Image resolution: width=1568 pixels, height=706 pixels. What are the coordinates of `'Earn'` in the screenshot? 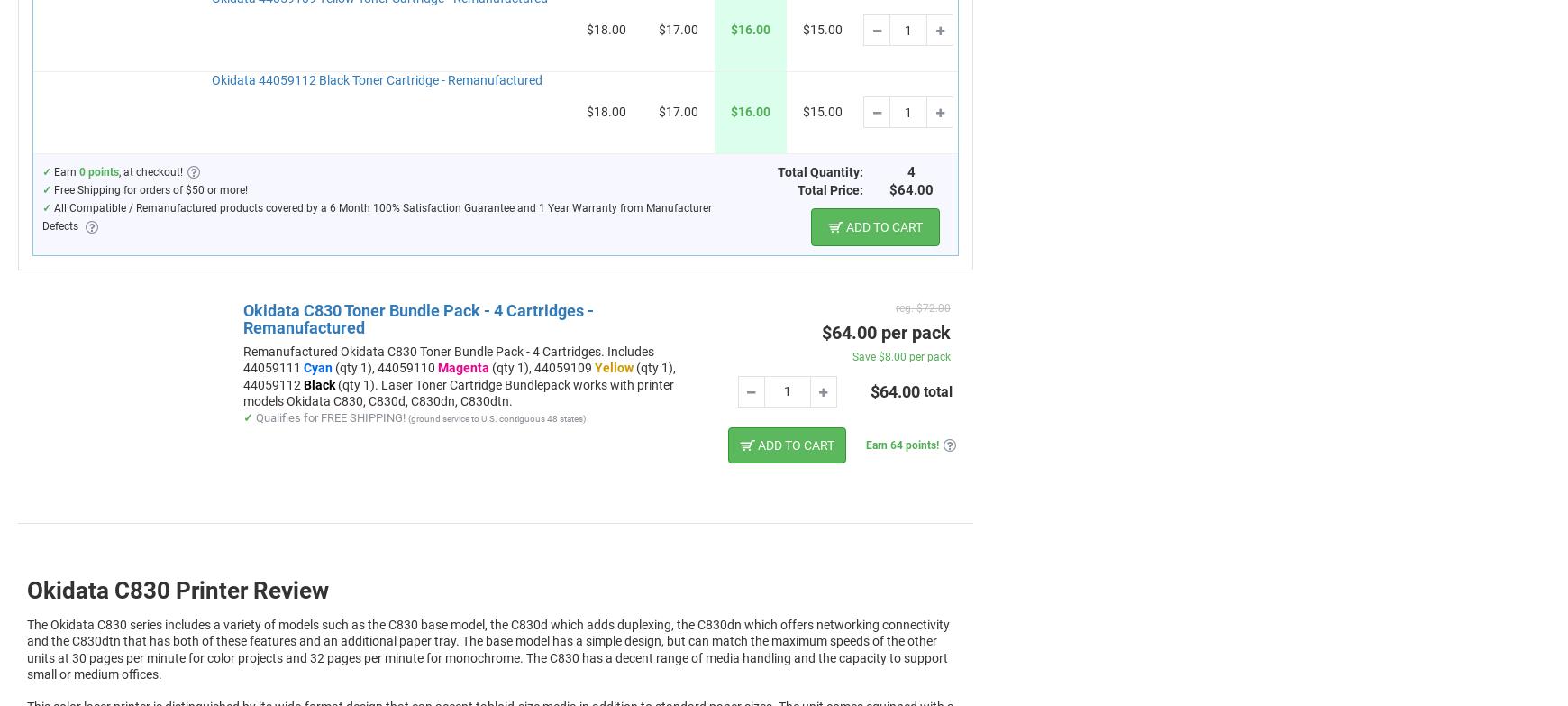 It's located at (64, 171).